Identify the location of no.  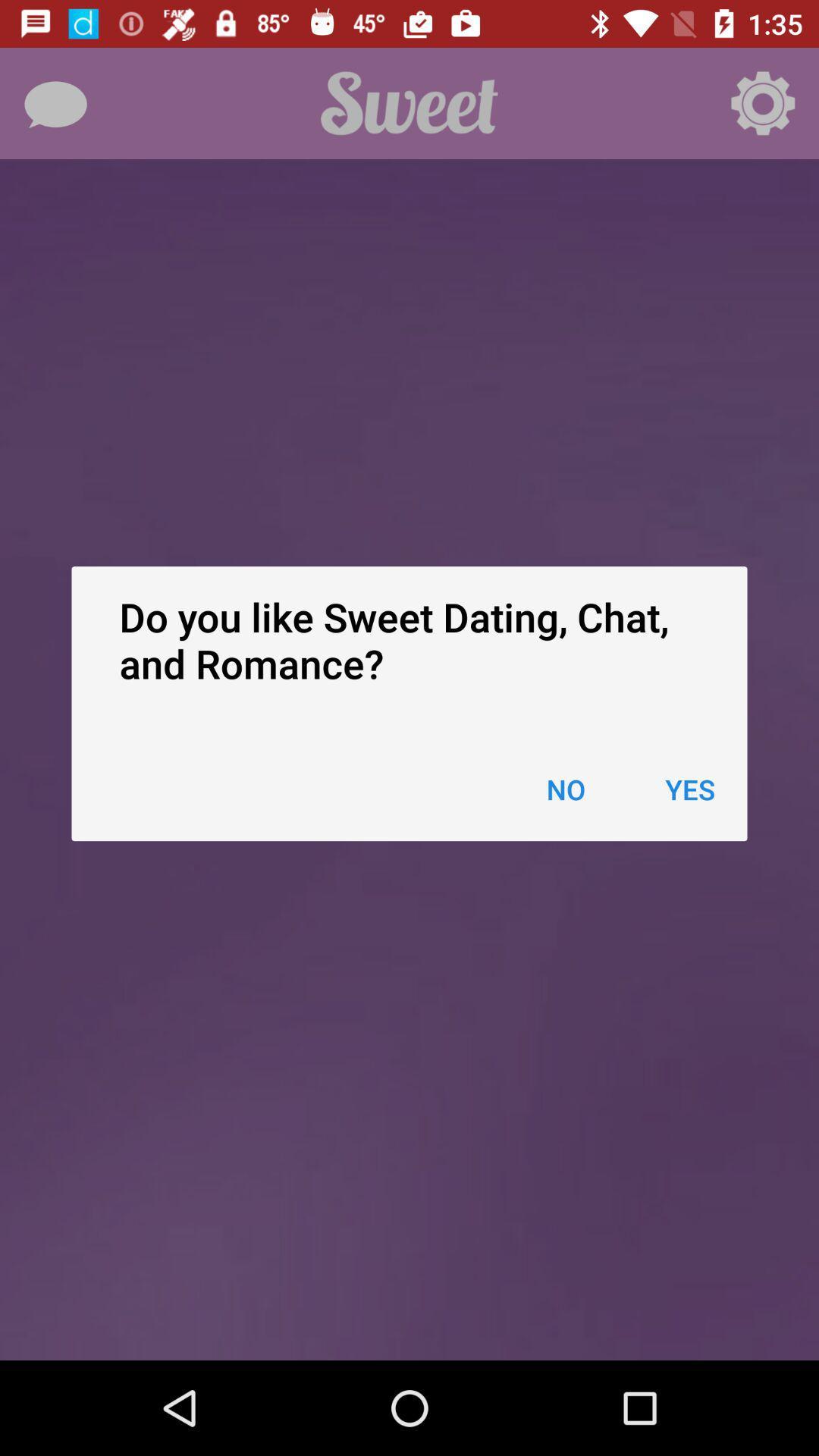
(566, 789).